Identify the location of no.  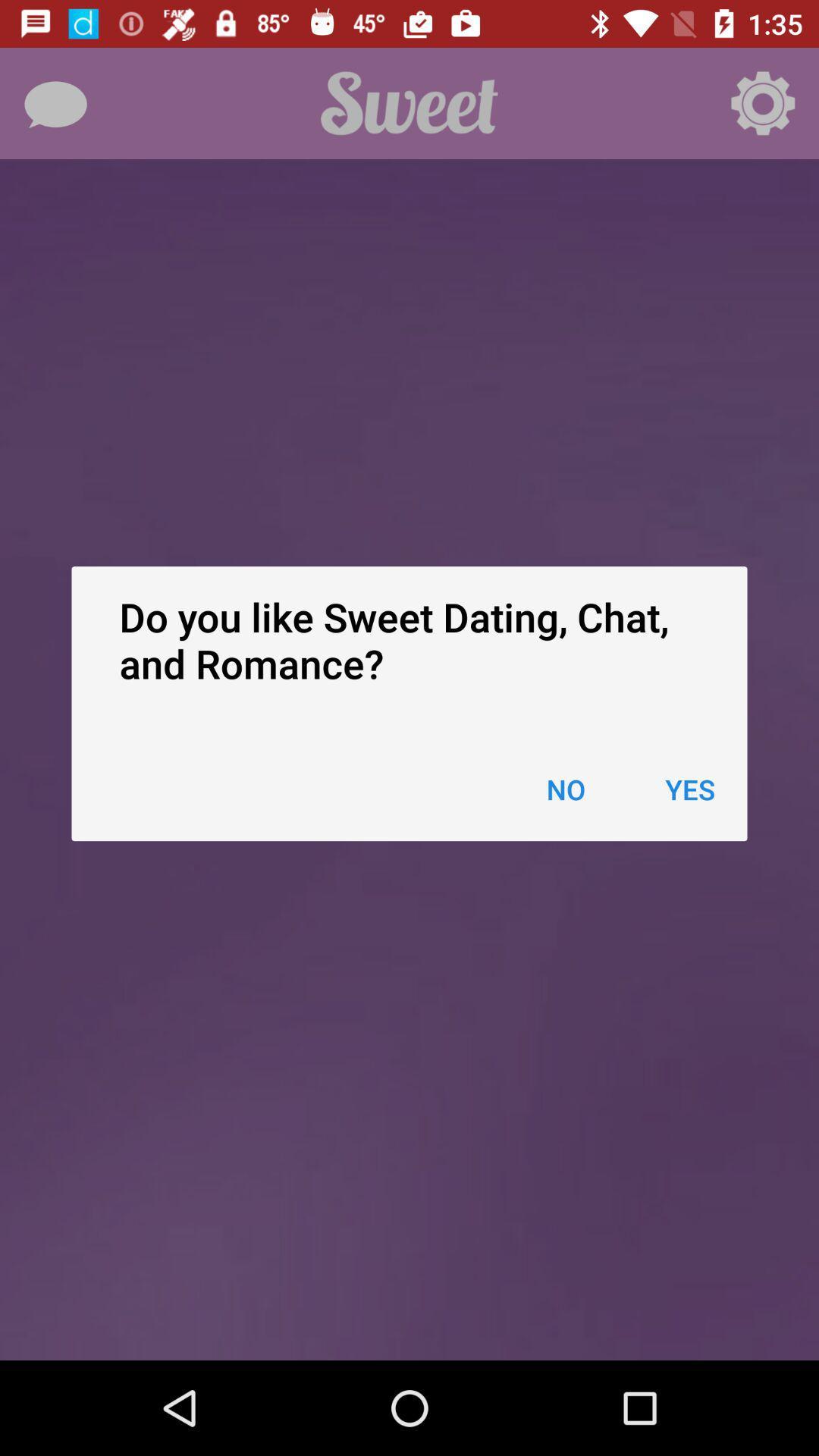
(566, 789).